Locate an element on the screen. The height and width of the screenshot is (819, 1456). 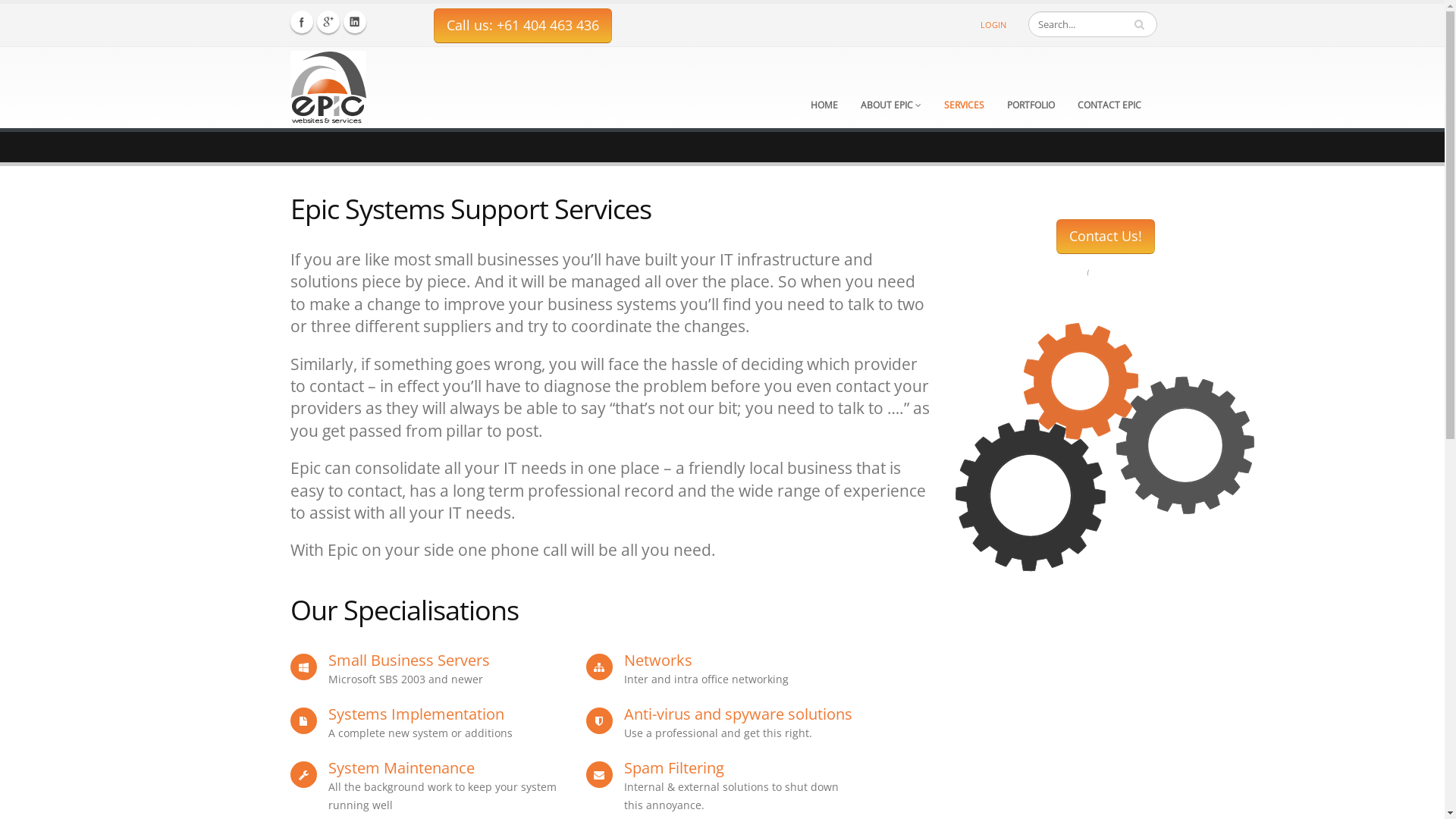
'HOME' is located at coordinates (823, 93).